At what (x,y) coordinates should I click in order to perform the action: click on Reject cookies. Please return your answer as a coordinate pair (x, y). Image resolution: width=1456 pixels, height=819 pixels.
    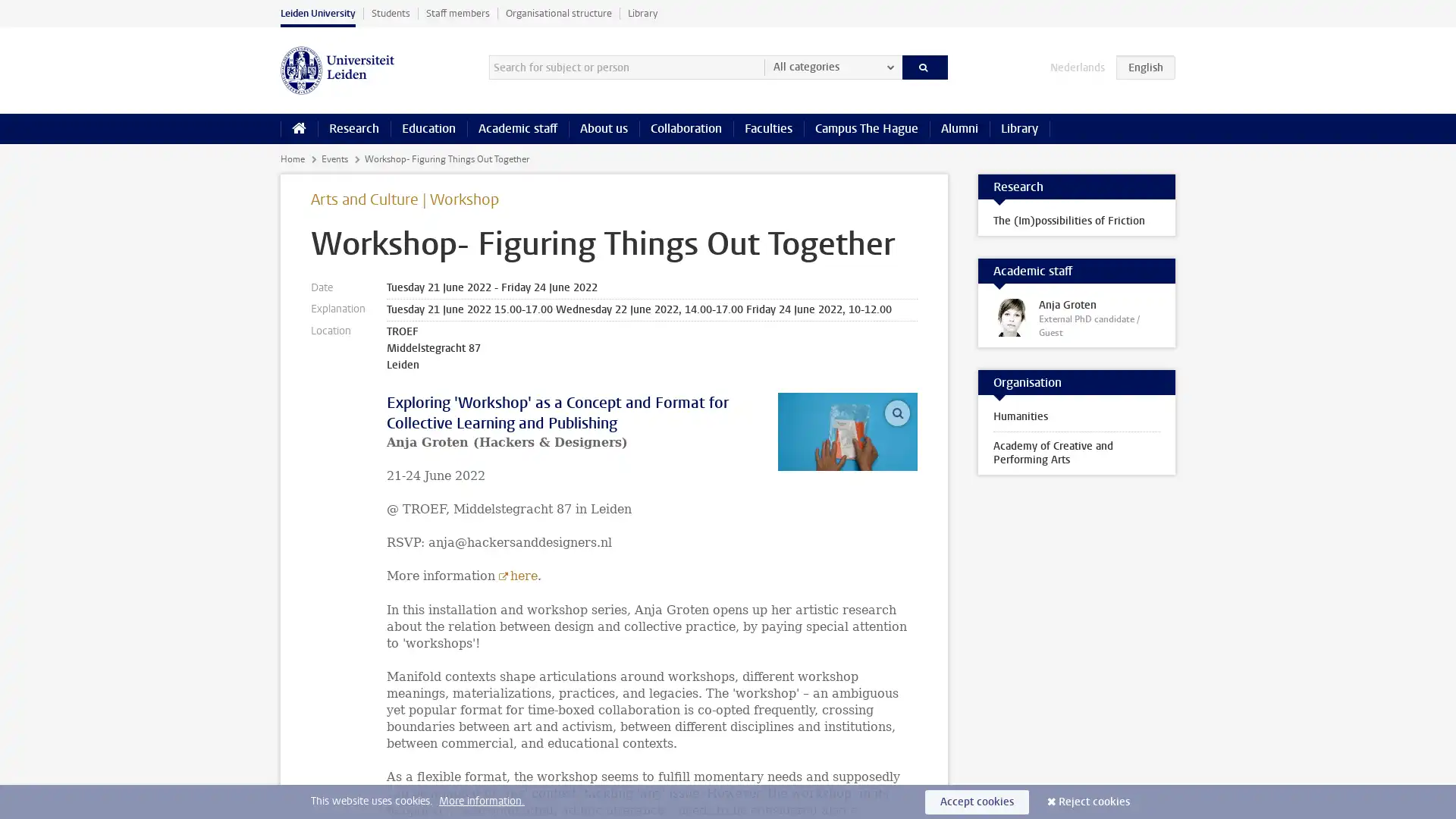
    Looking at the image, I should click on (1094, 801).